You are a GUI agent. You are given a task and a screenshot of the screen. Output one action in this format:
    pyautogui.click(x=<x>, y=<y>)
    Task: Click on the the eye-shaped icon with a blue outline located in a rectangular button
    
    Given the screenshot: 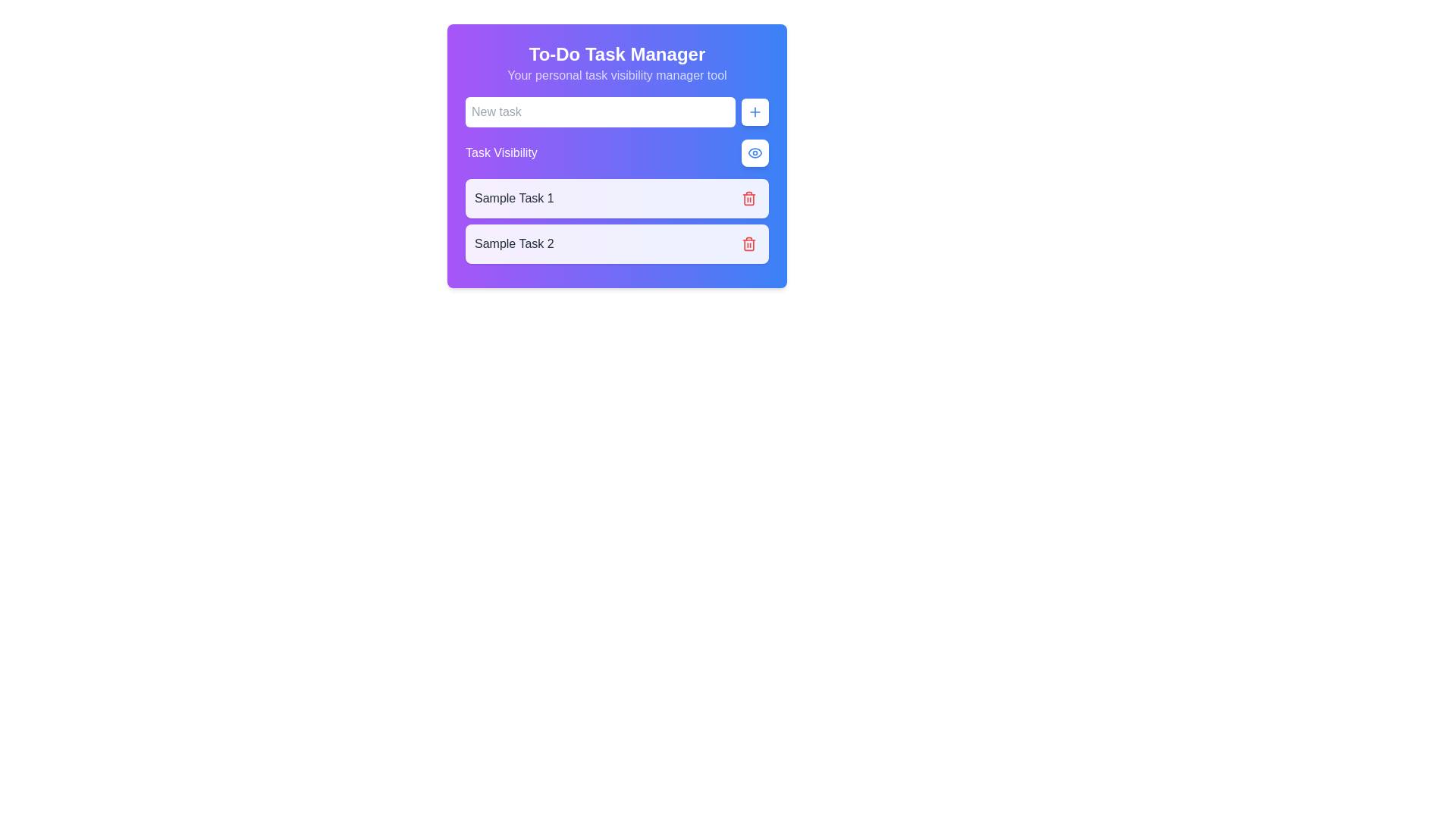 What is the action you would take?
    pyautogui.click(x=755, y=152)
    